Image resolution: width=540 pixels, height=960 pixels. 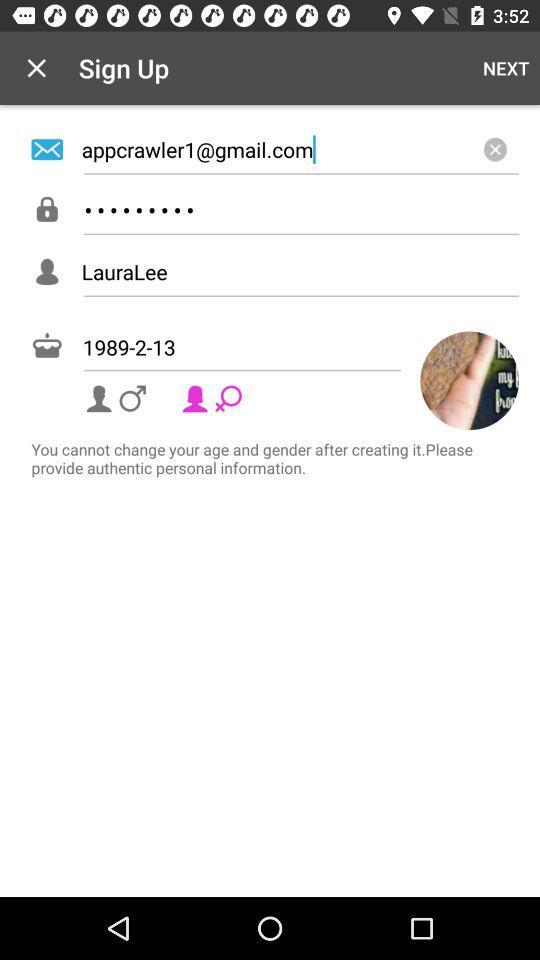 What do you see at coordinates (213, 397) in the screenshot?
I see `a female icon which is above 2 line text` at bounding box center [213, 397].